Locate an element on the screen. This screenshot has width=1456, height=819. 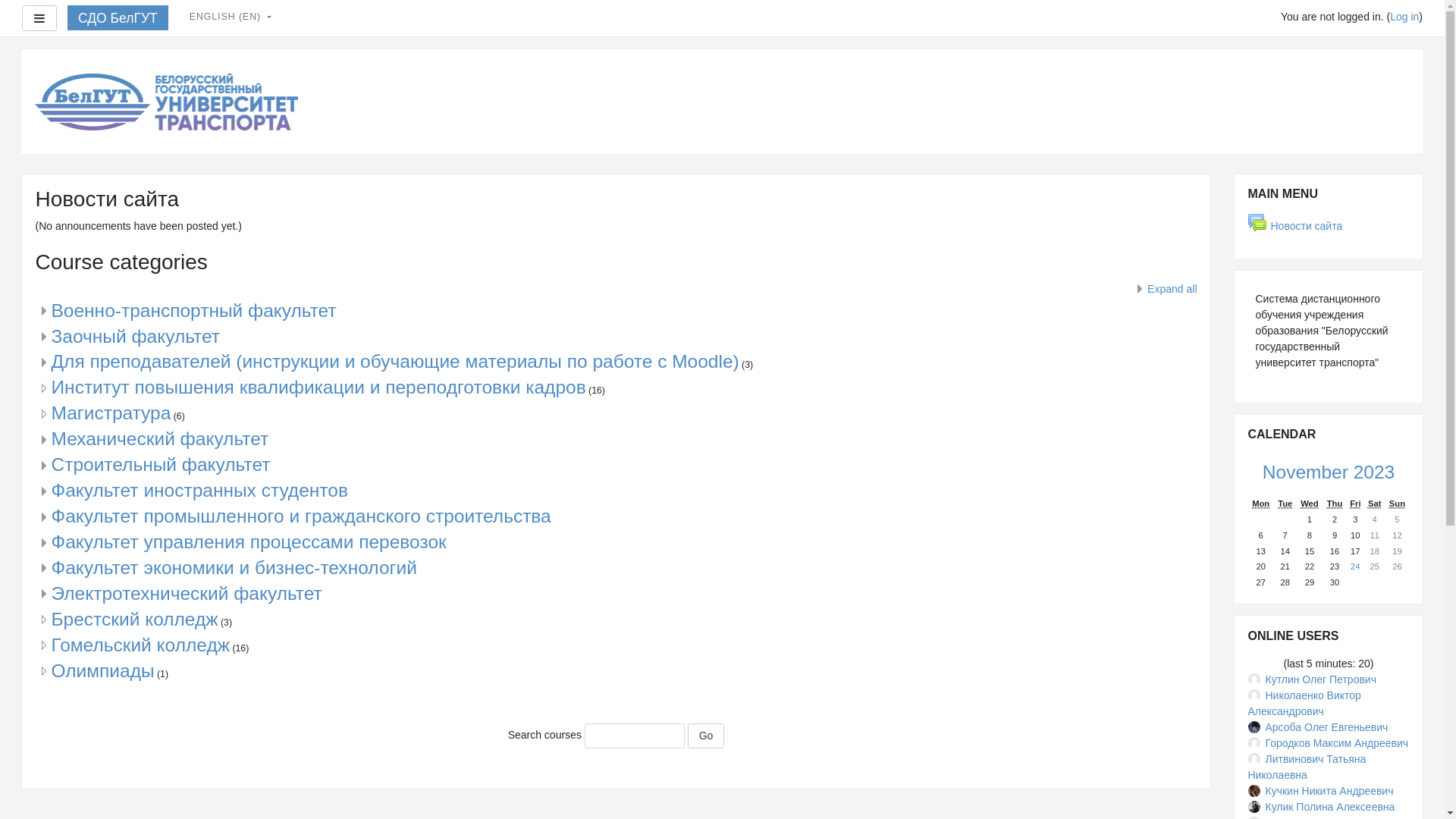
'Go' is located at coordinates (705, 736).